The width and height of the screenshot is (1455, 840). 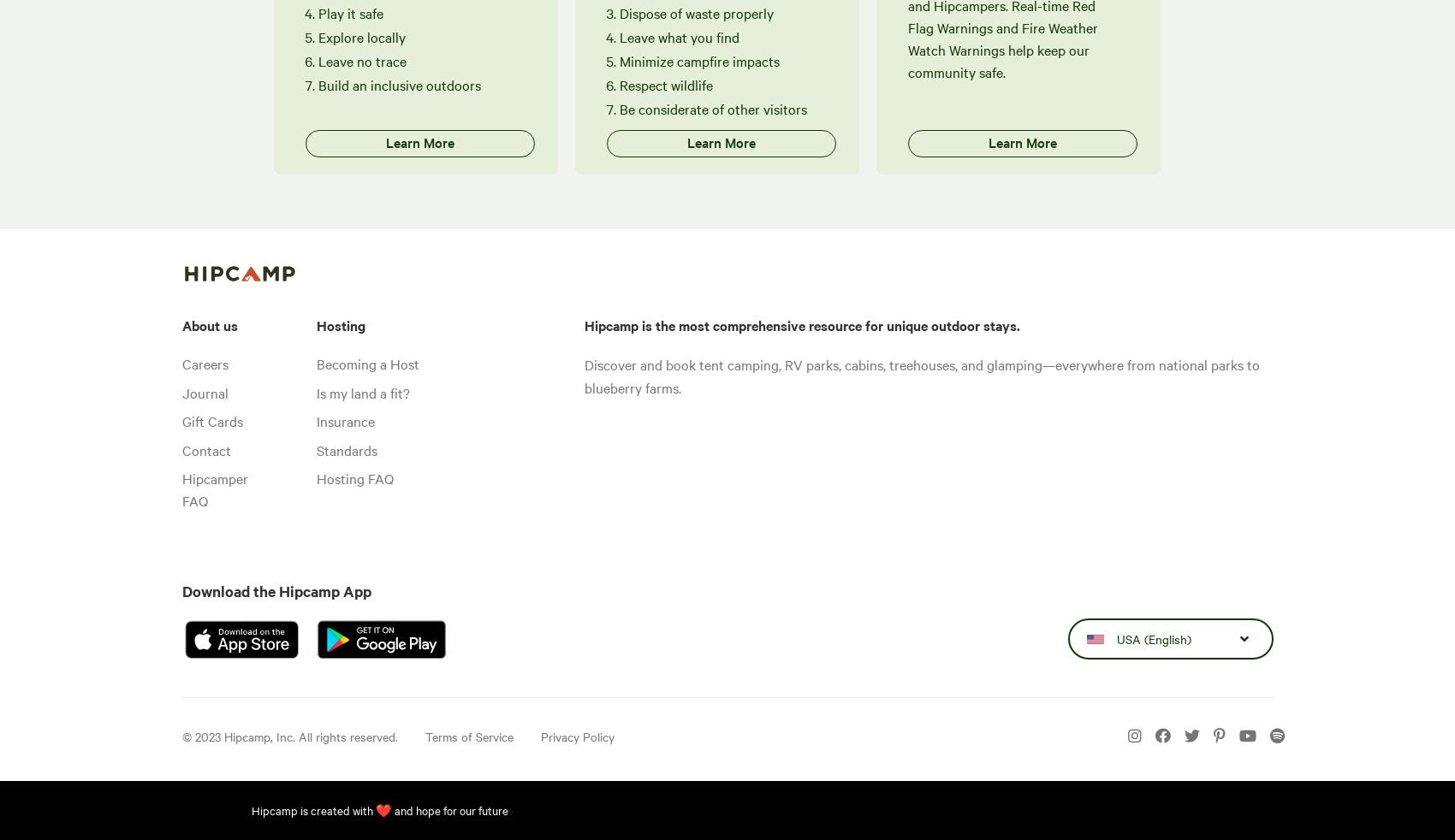 I want to click on 'Journal', so click(x=205, y=392).